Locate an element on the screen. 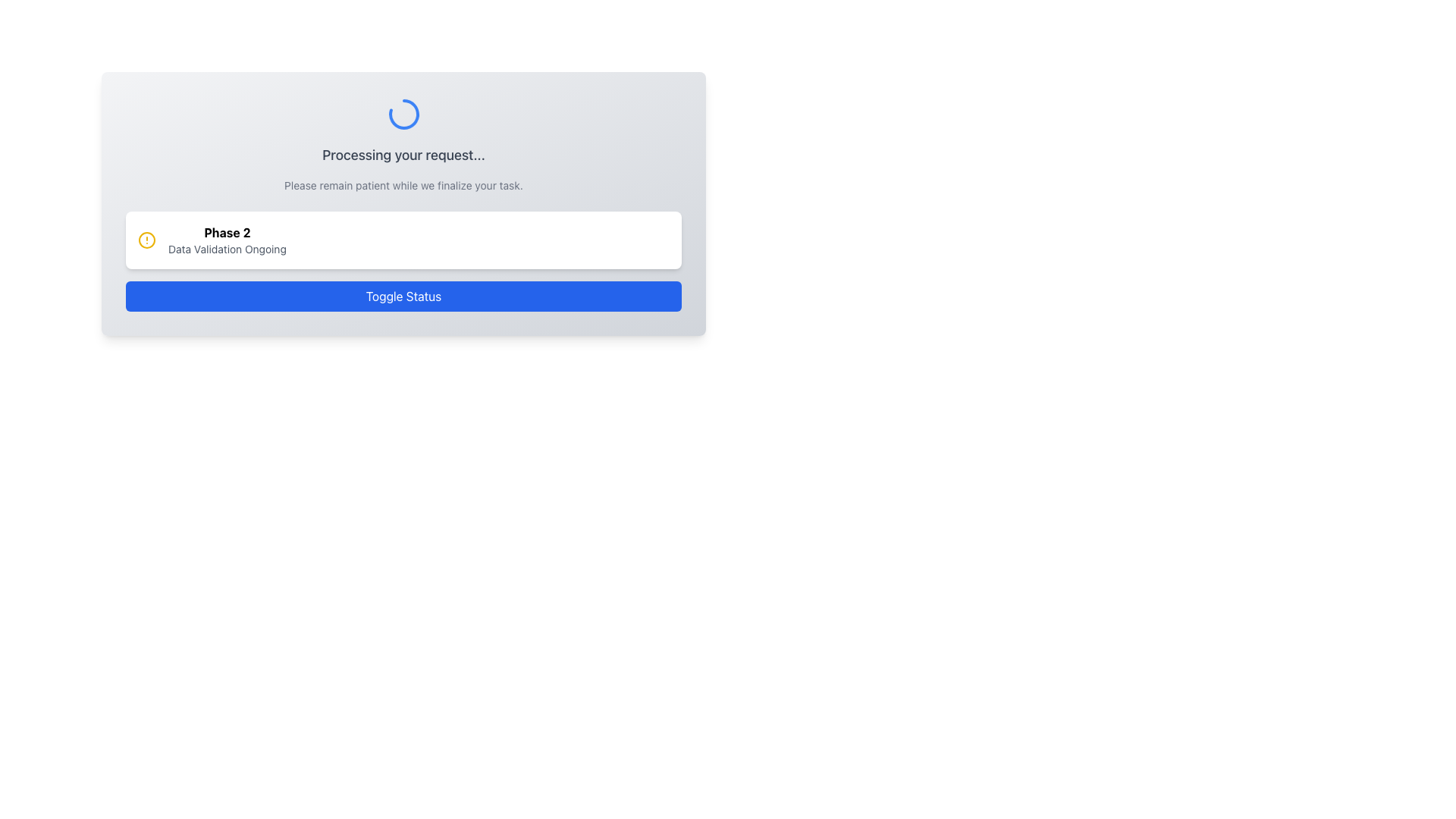 The height and width of the screenshot is (819, 1456). the status indicator text label that displays information about an ongoing process, located below the 'Phase 2' text in a centered panel is located at coordinates (226, 248).